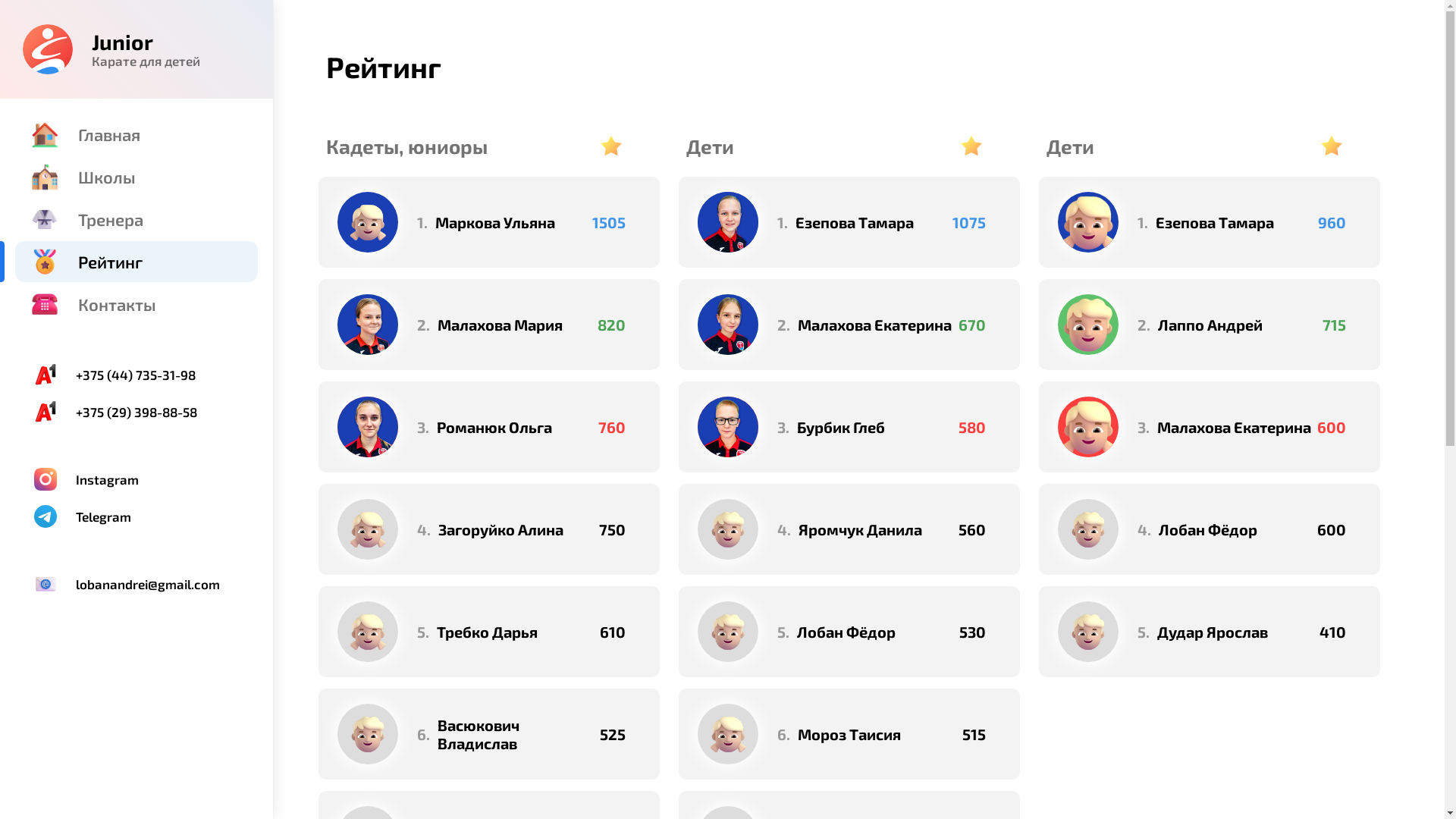 This screenshot has width=1456, height=819. Describe the element at coordinates (136, 479) in the screenshot. I see `'Instagram'` at that location.